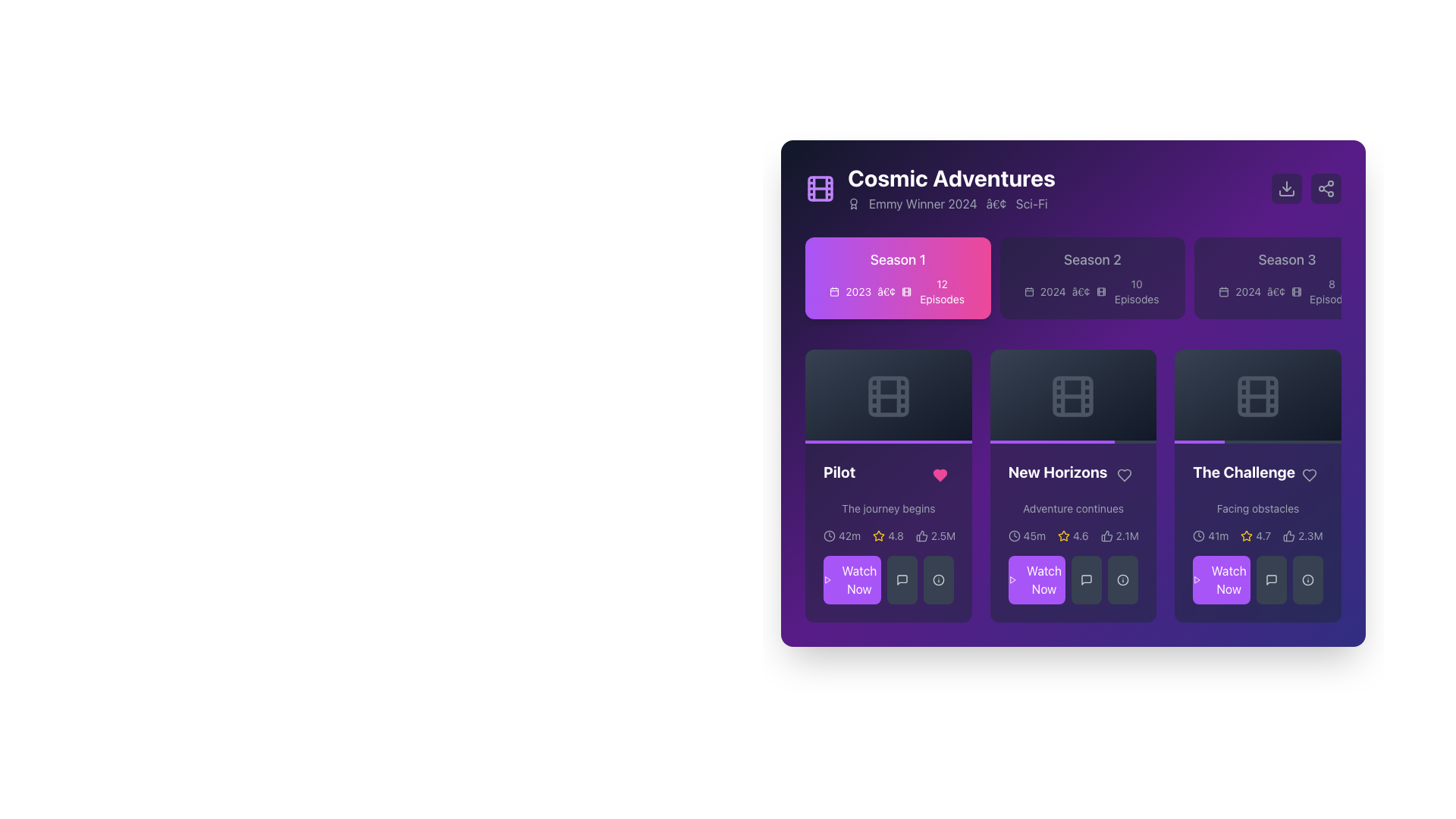 This screenshot has width=1456, height=819. I want to click on the SVG circle element that represents the clock icon, located at the top-left corner of the 'Season 1' interface card, so click(1014, 535).